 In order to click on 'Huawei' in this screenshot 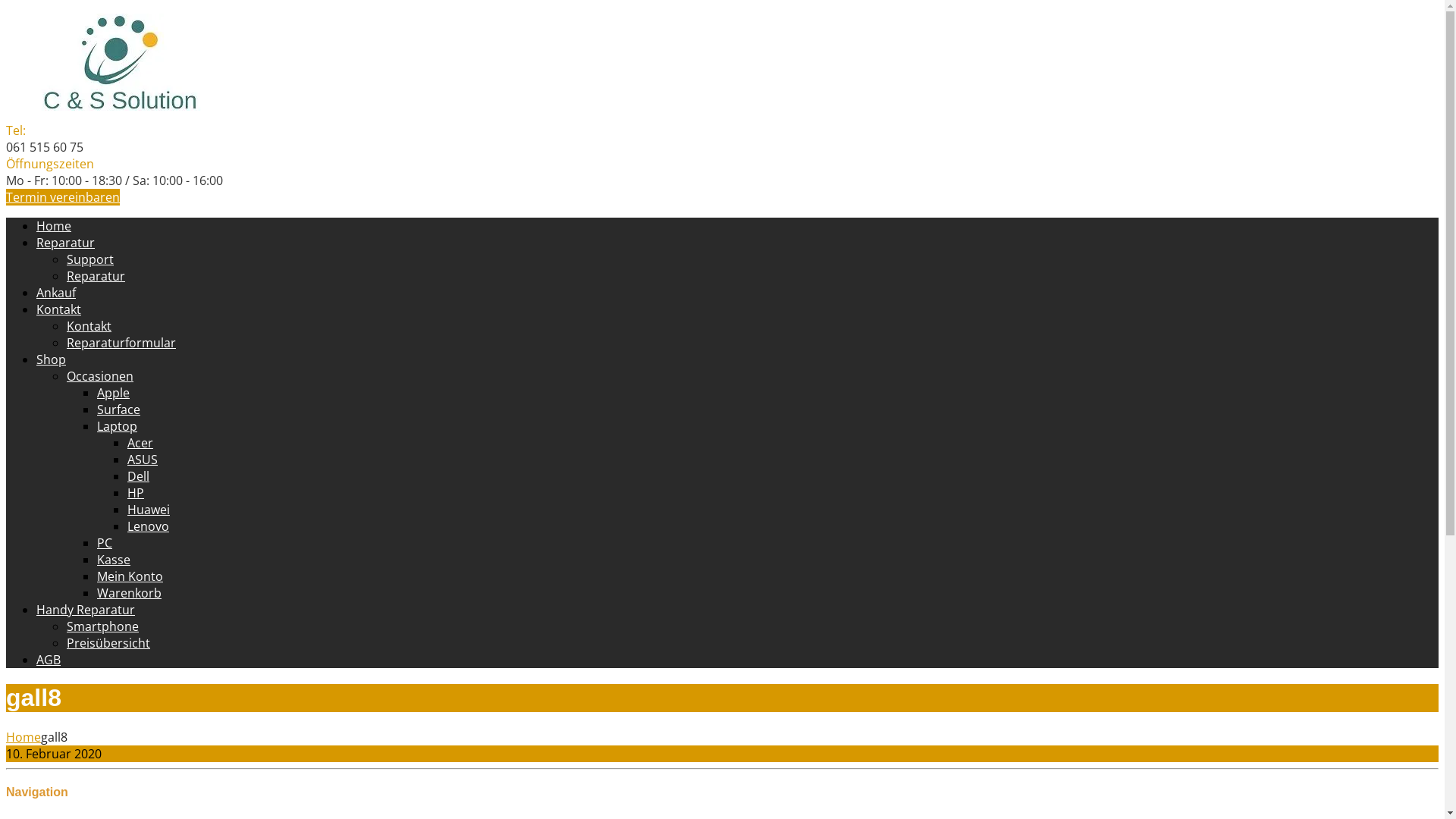, I will do `click(149, 509)`.